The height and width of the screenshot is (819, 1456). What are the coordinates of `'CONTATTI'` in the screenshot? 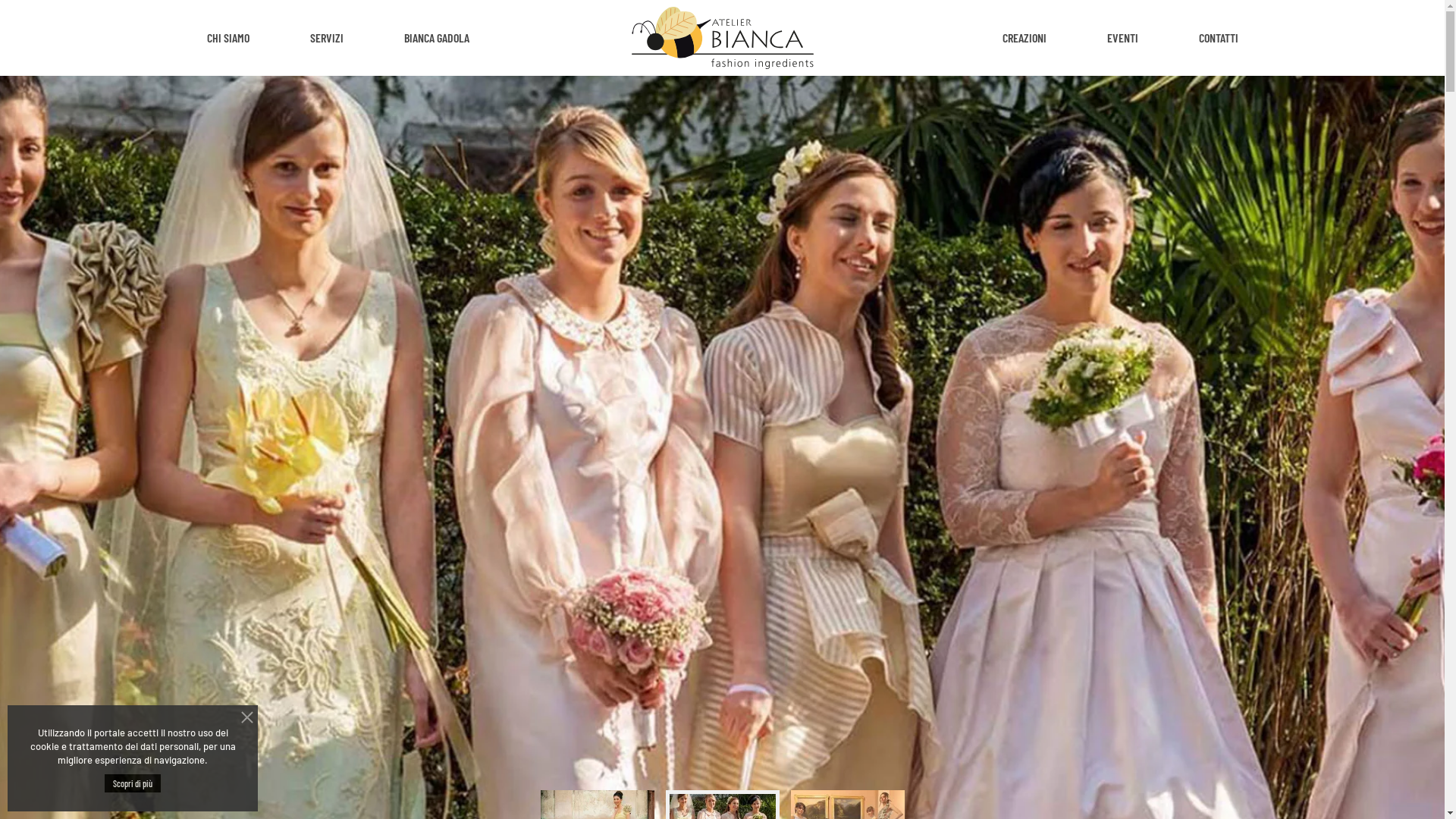 It's located at (1218, 37).